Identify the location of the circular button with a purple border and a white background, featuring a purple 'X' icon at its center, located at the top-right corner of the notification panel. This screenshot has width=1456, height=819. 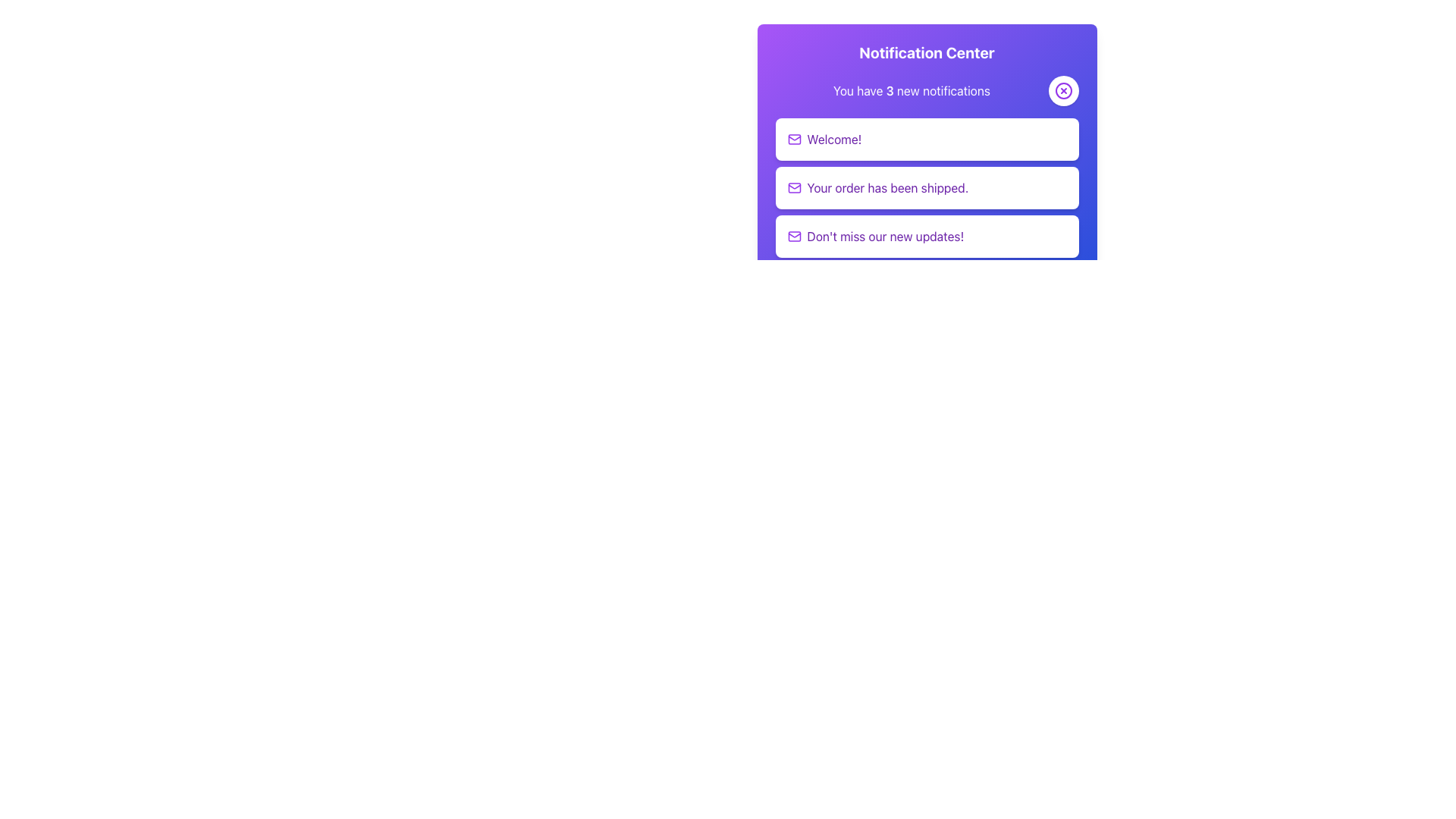
(1062, 90).